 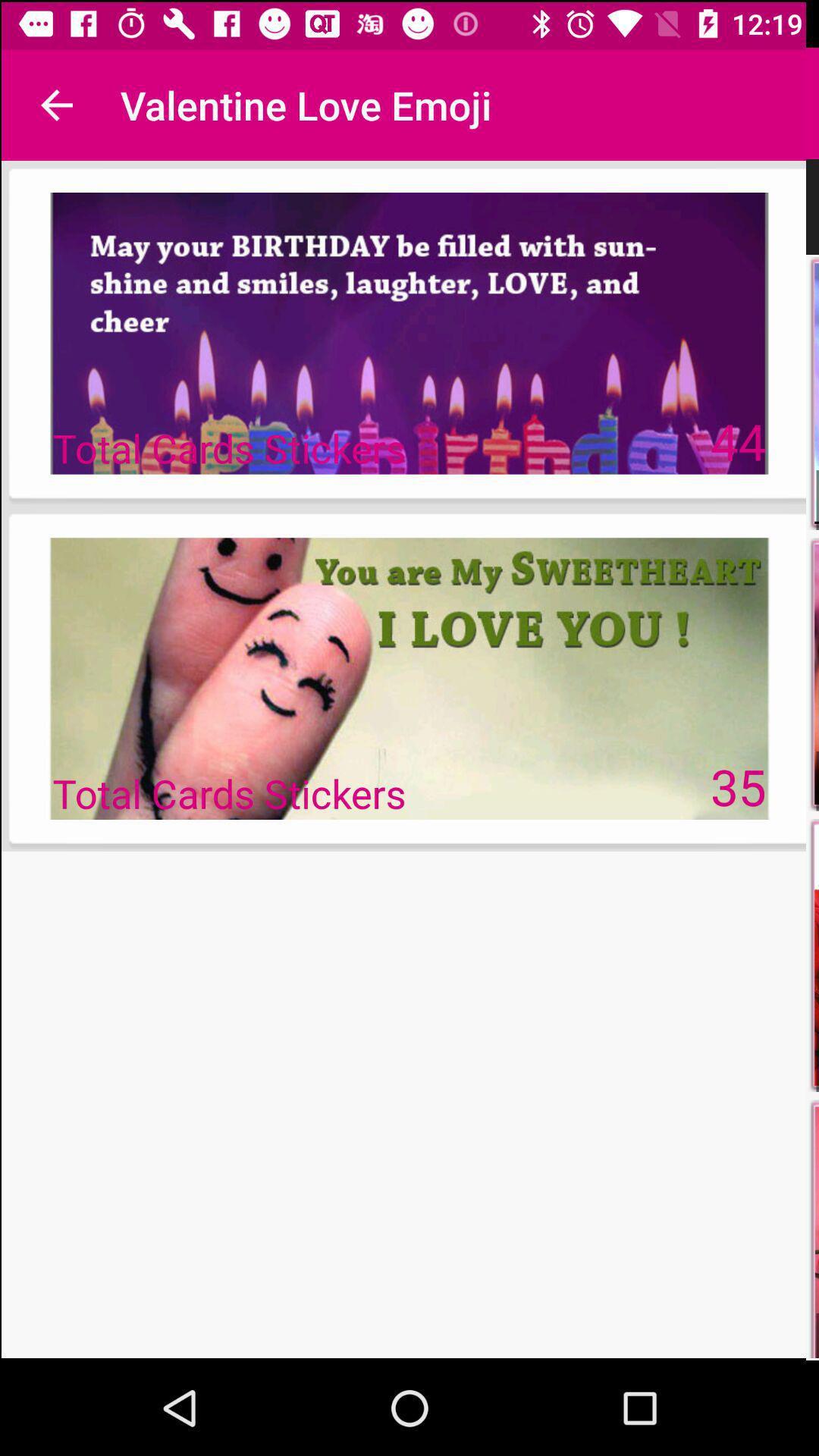 I want to click on 35 on the right, so click(x=739, y=786).